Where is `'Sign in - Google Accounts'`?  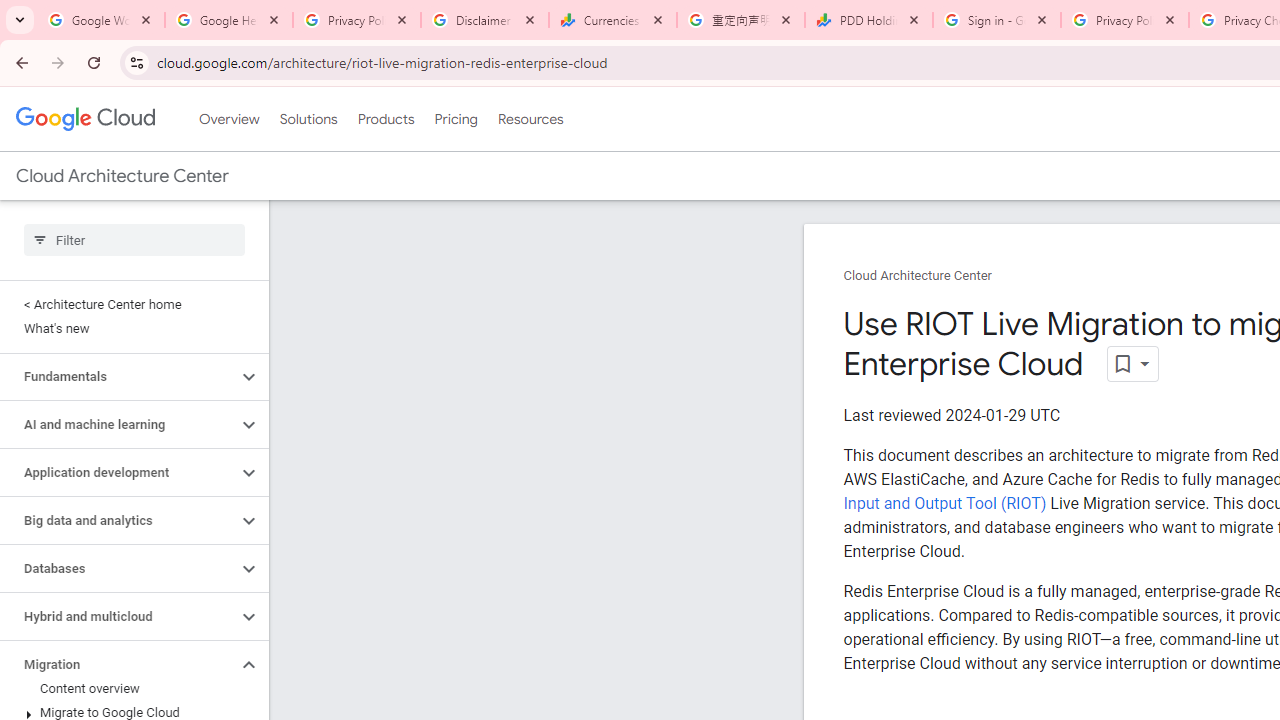 'Sign in - Google Accounts' is located at coordinates (997, 20).